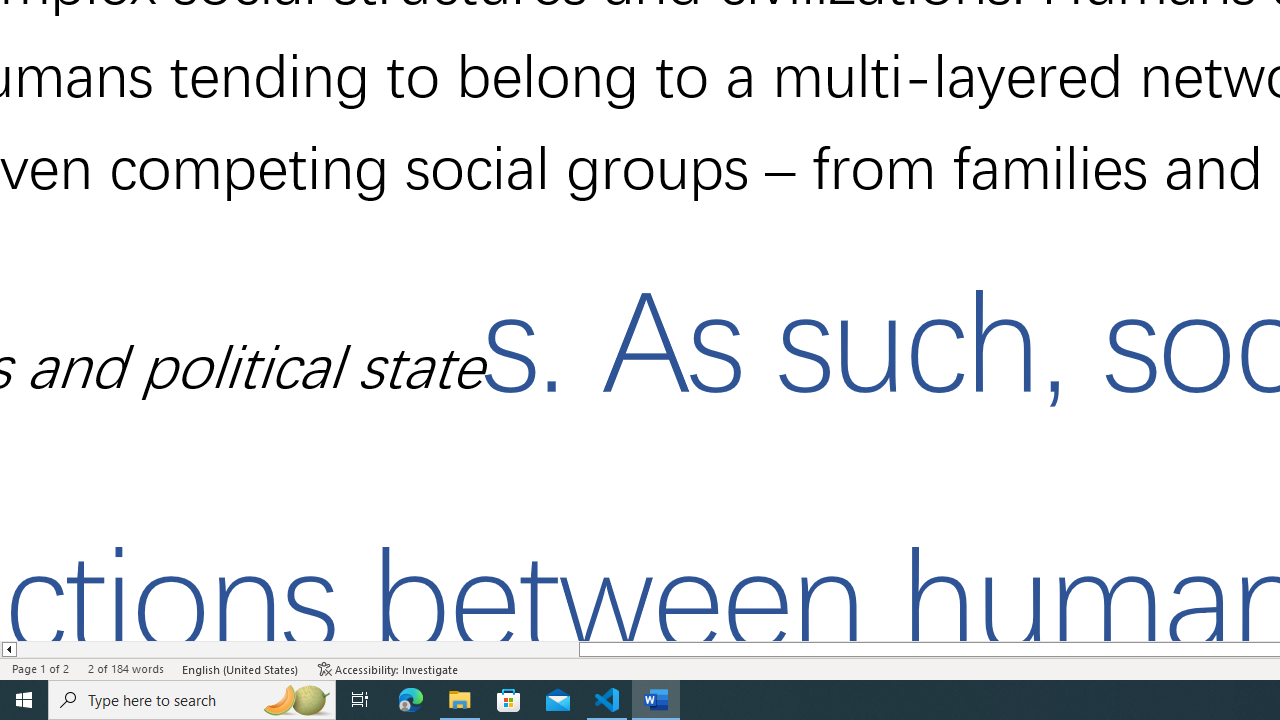  Describe the element at coordinates (240, 669) in the screenshot. I see `'Language English (United States)'` at that location.